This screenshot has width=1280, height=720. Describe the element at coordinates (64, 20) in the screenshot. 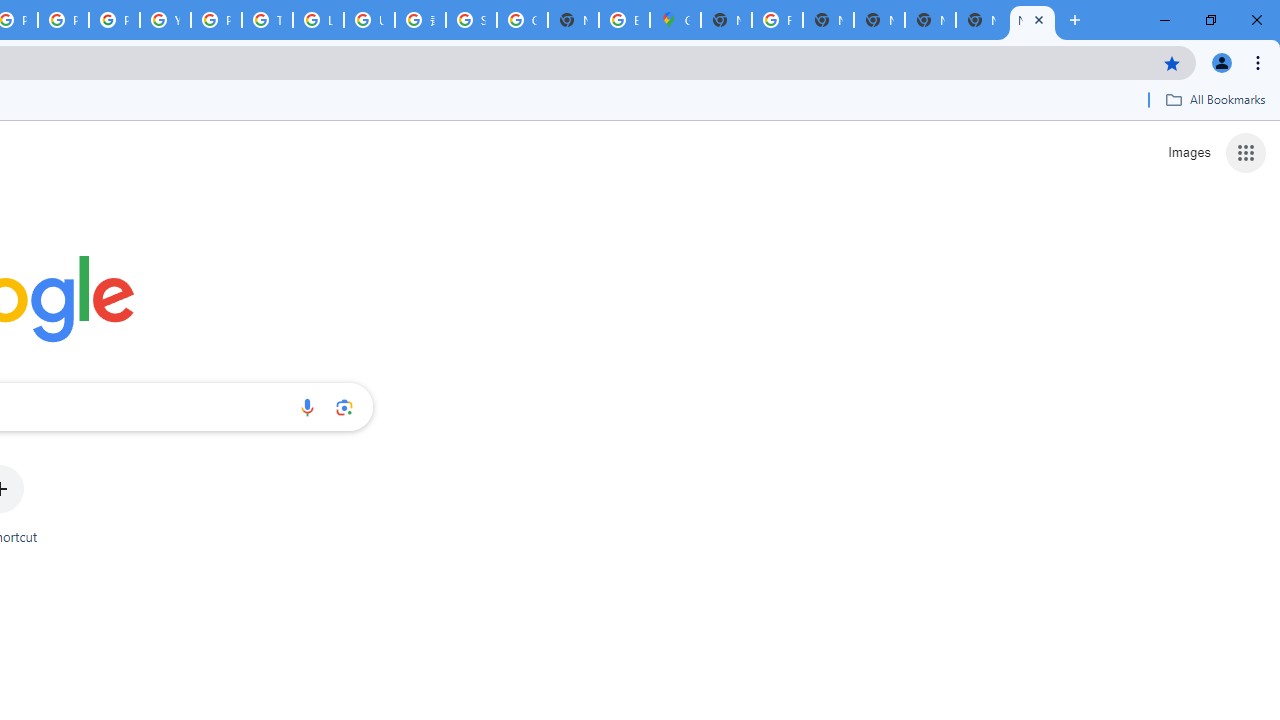

I see `'Privacy Help Center - Policies Help'` at that location.